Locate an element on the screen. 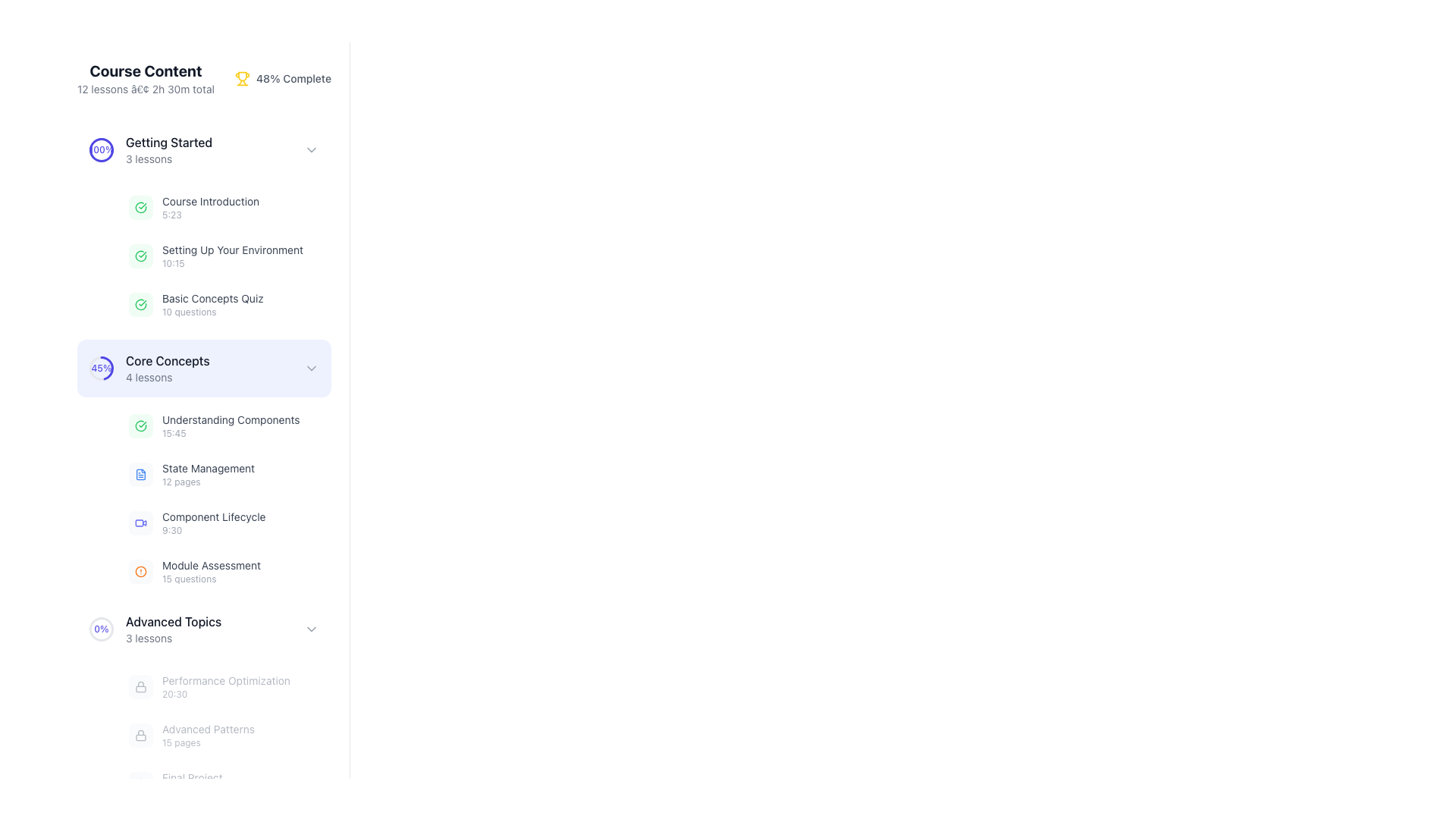 This screenshot has width=1456, height=819. the navigational button for 'Module Assessment', which is the fourth button under the 'Core Concepts' section, to change its background color is located at coordinates (224, 571).